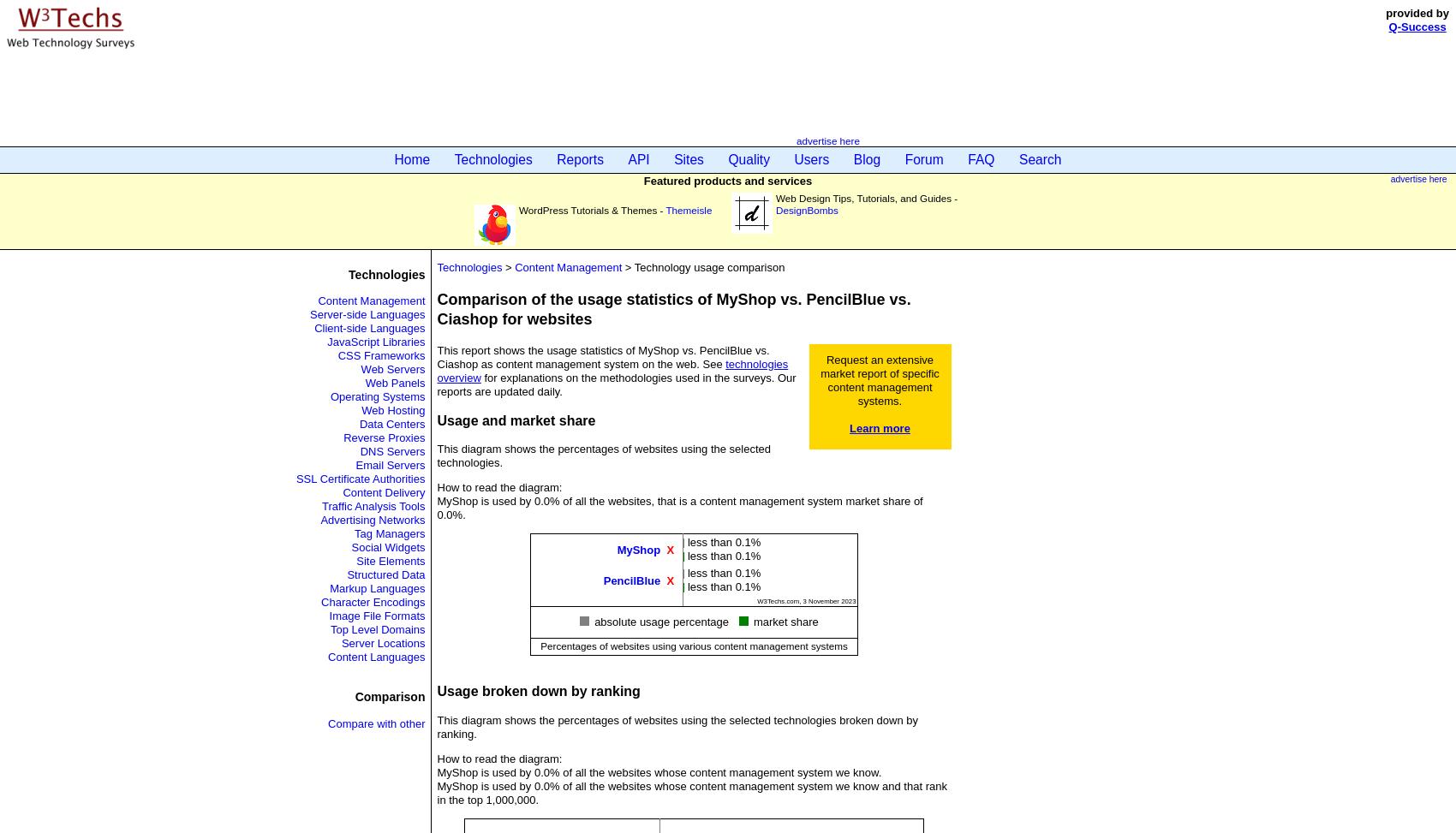 The width and height of the screenshot is (1456, 833). I want to click on 'Email Servers', so click(354, 464).